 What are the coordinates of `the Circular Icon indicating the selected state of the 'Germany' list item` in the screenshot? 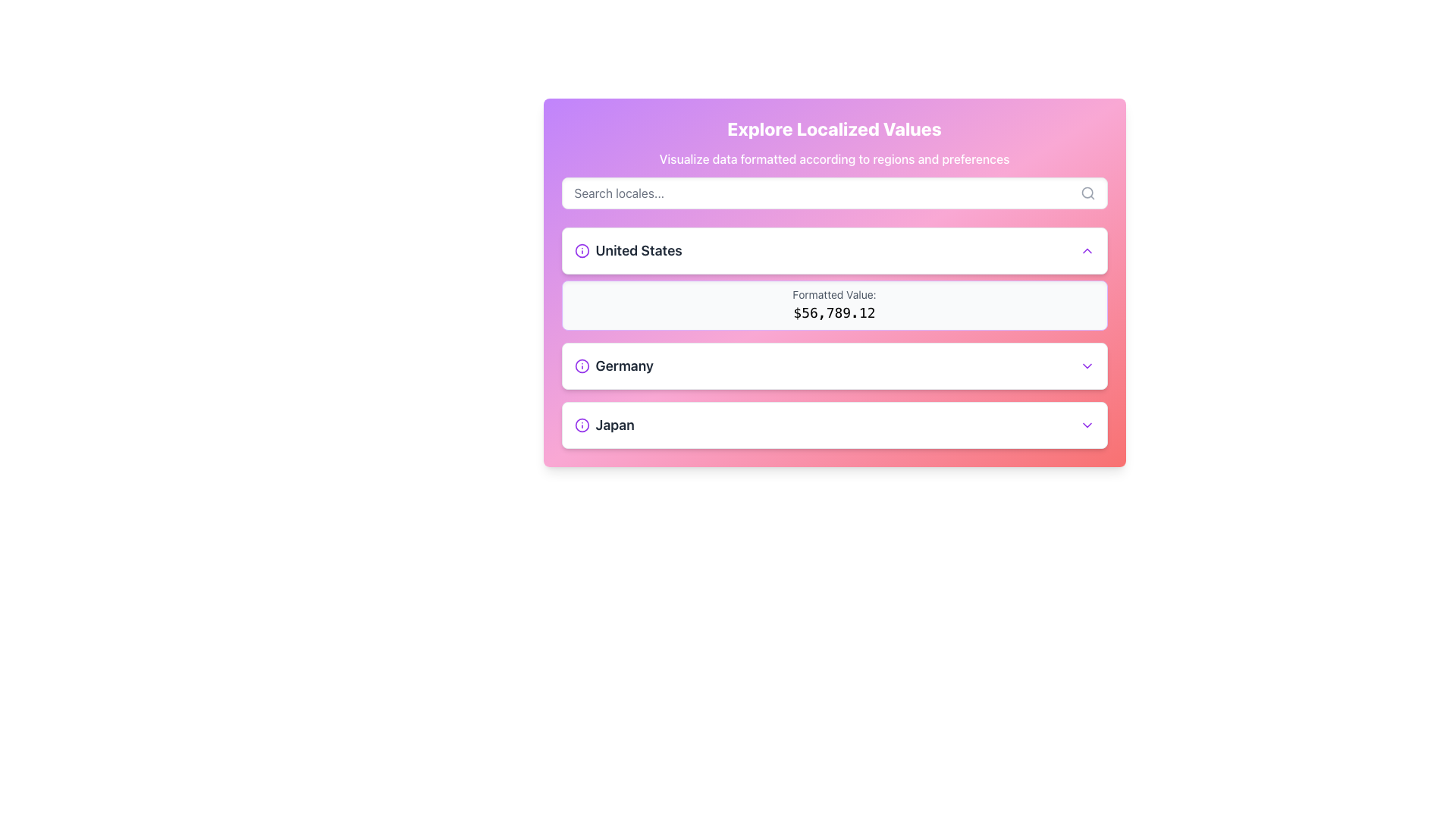 It's located at (581, 366).